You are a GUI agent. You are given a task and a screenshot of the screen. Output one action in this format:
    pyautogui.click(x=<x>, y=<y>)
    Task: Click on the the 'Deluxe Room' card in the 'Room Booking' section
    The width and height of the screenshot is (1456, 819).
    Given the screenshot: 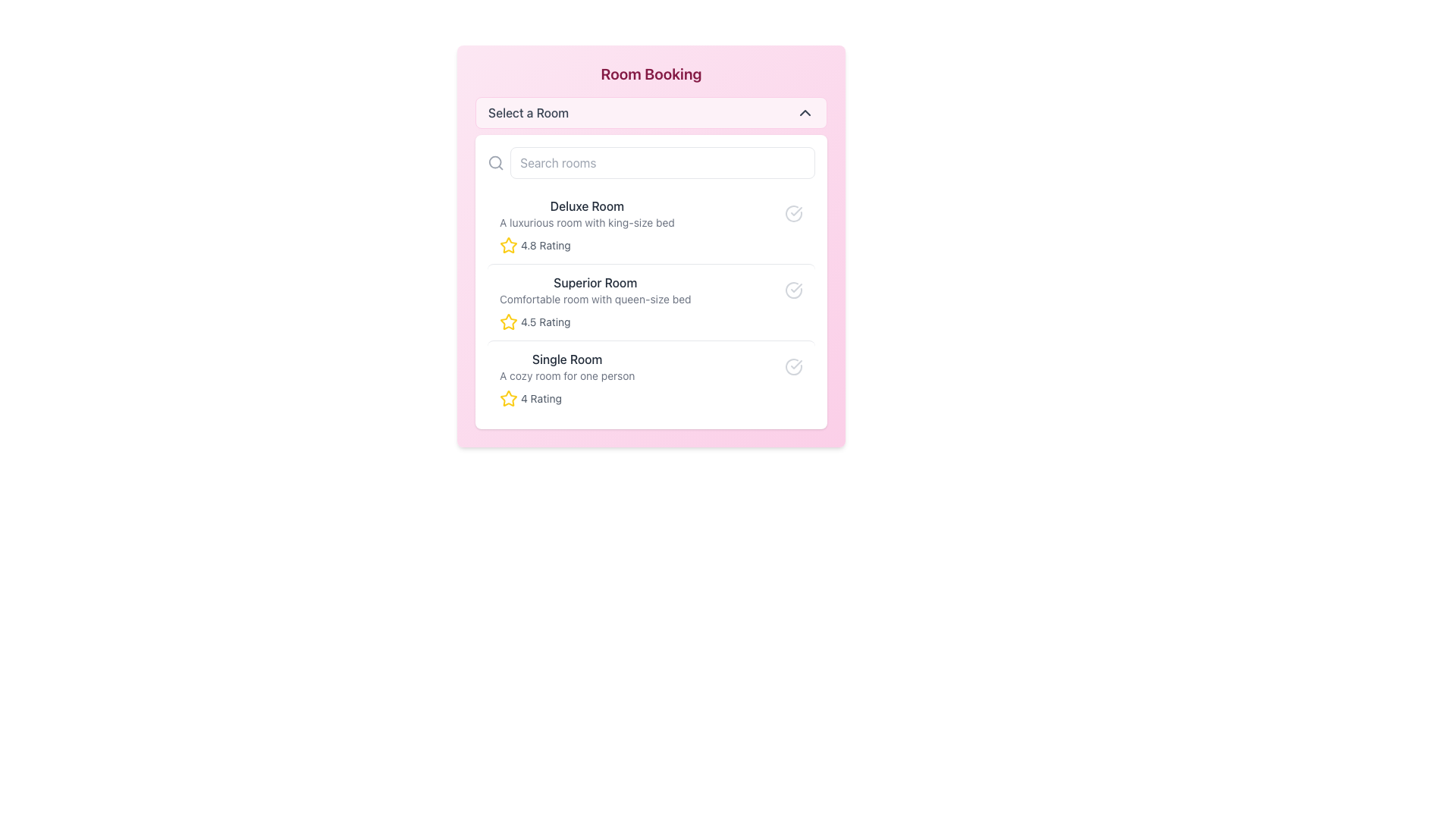 What is the action you would take?
    pyautogui.click(x=651, y=225)
    